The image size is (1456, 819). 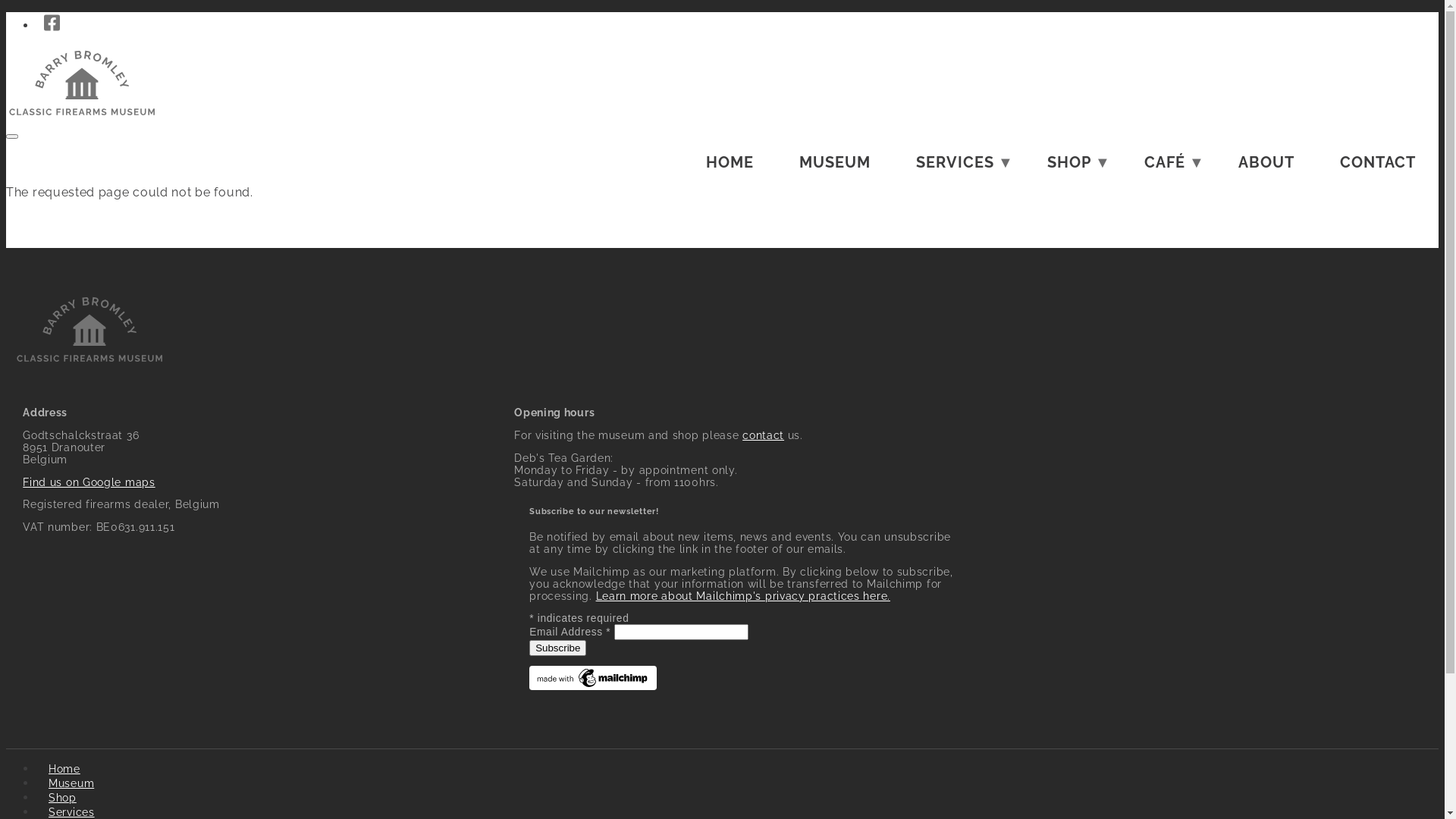 I want to click on 'CONTACT', so click(x=1378, y=162).